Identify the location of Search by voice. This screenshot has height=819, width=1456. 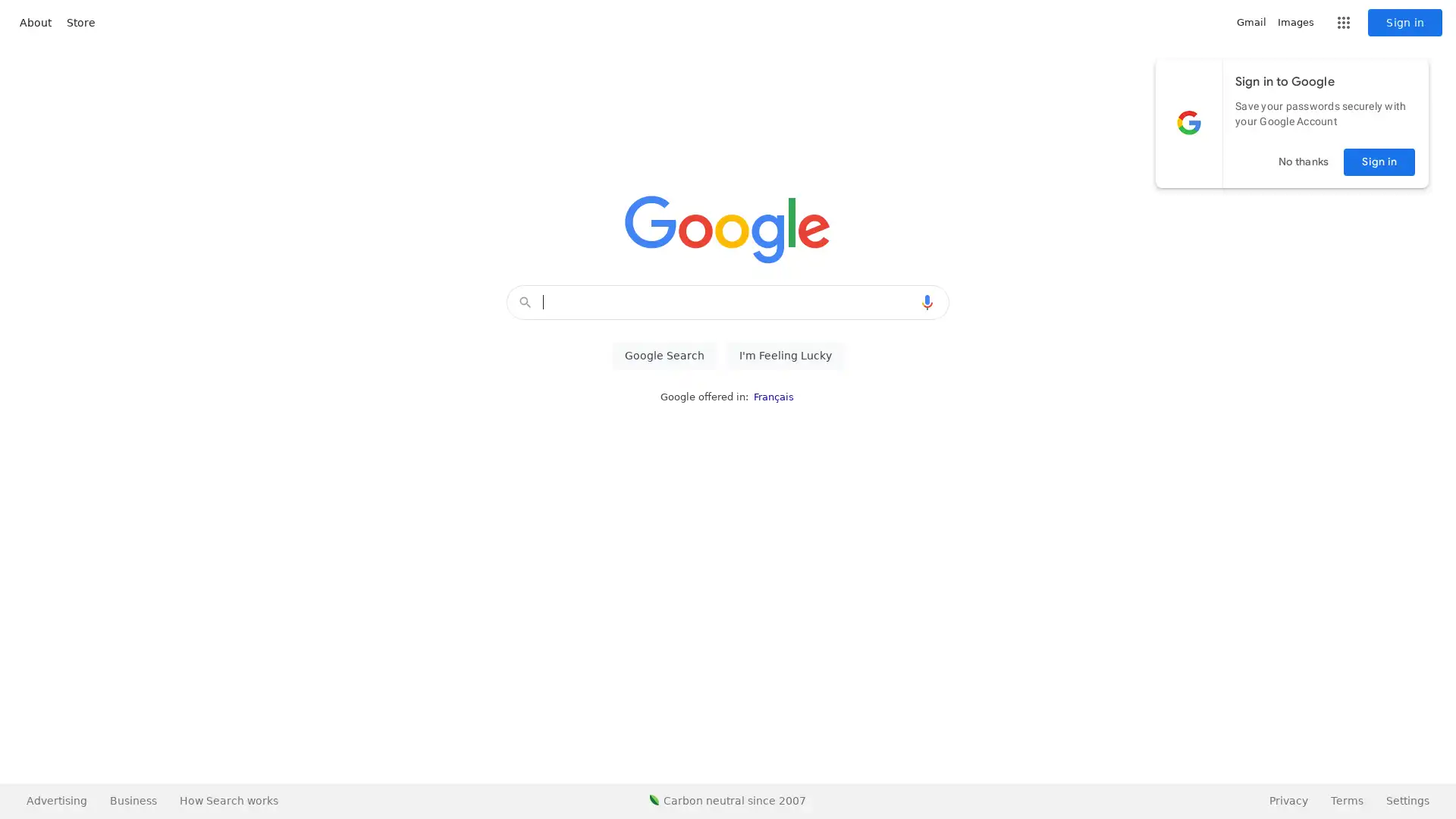
(927, 302).